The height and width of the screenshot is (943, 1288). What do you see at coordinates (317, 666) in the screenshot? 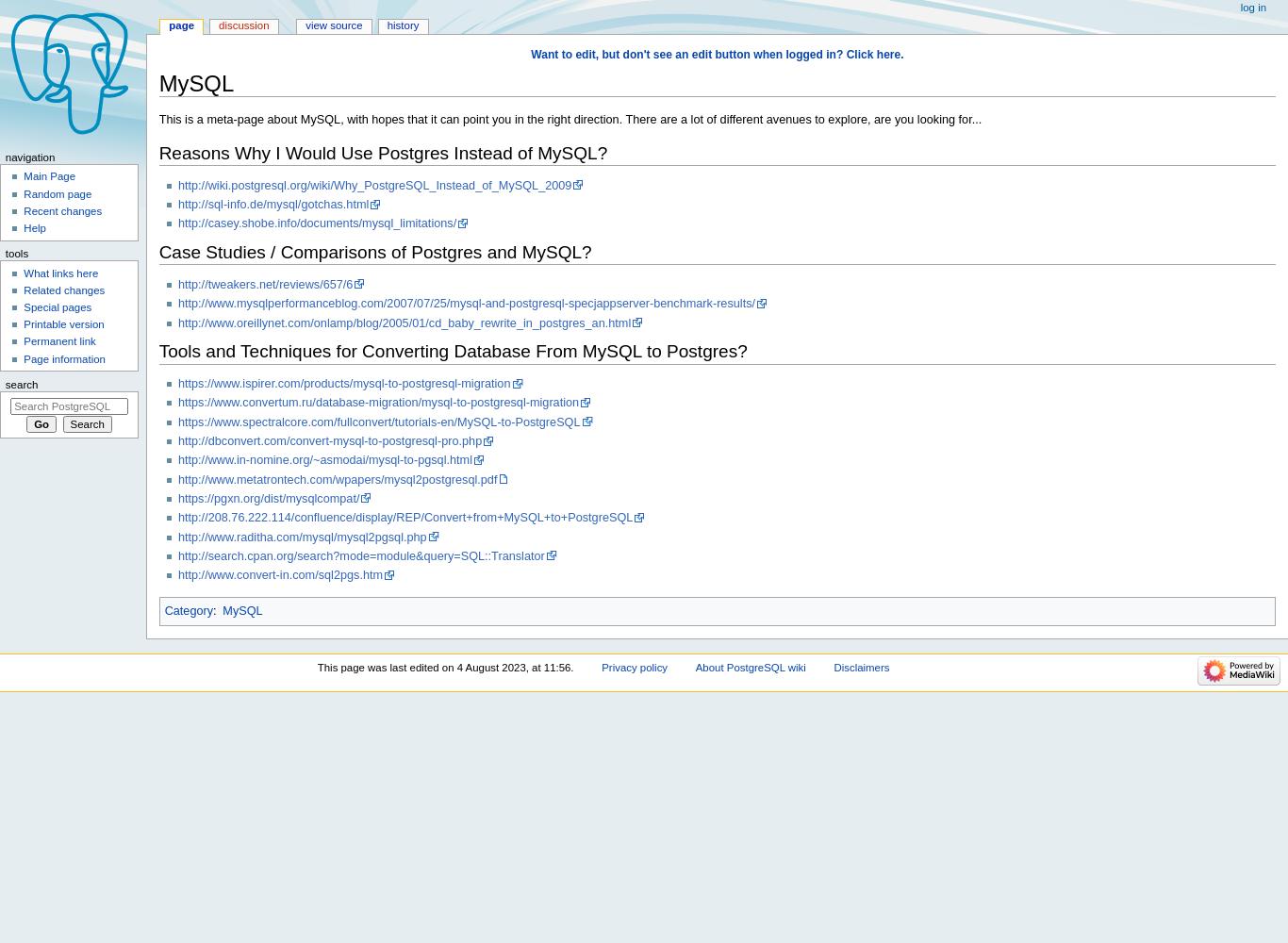
I see `'This page was last edited on 4 August 2023, at 11:56.'` at bounding box center [317, 666].